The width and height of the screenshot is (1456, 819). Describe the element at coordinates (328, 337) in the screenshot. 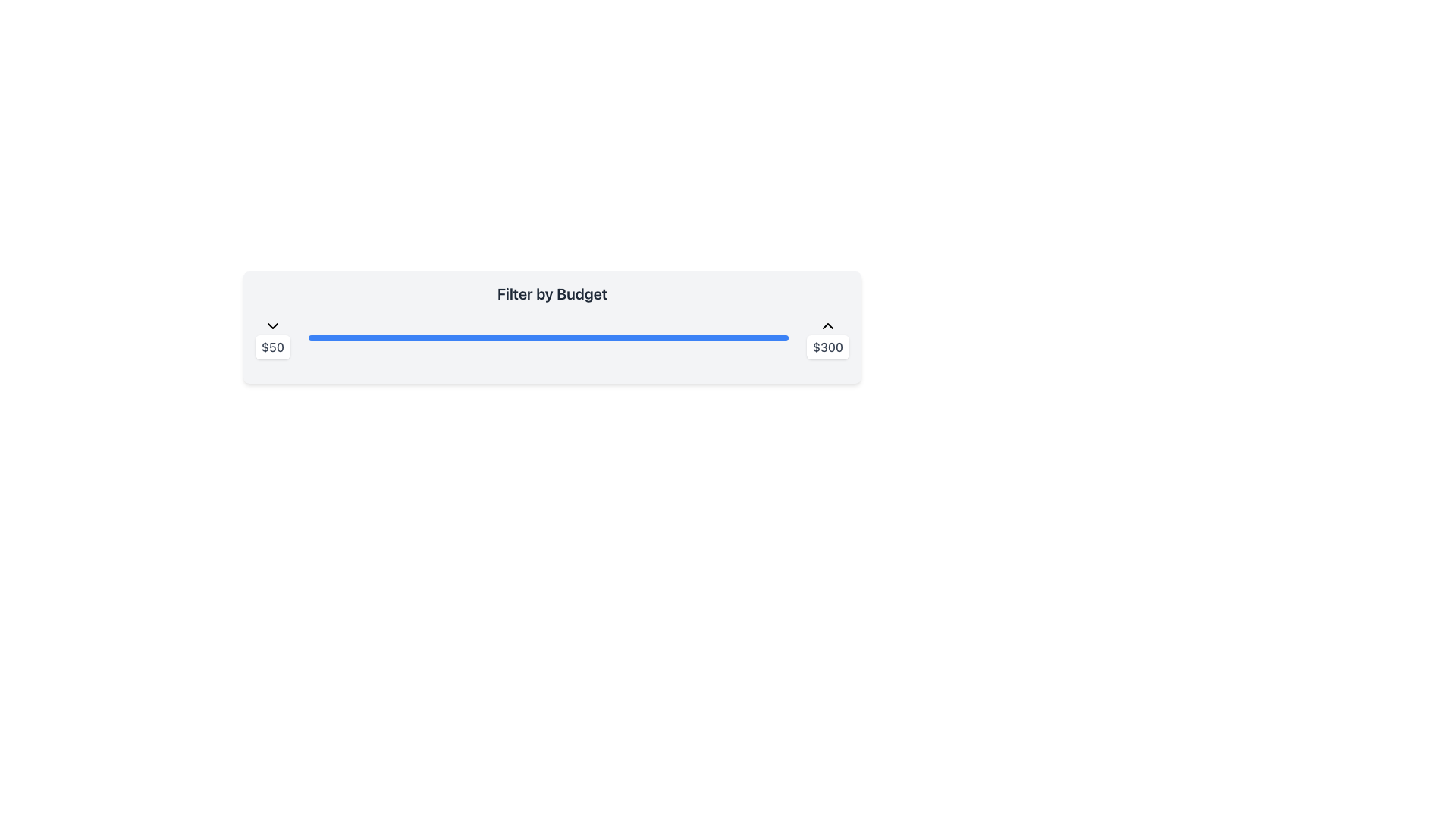

I see `the budget filter` at that location.